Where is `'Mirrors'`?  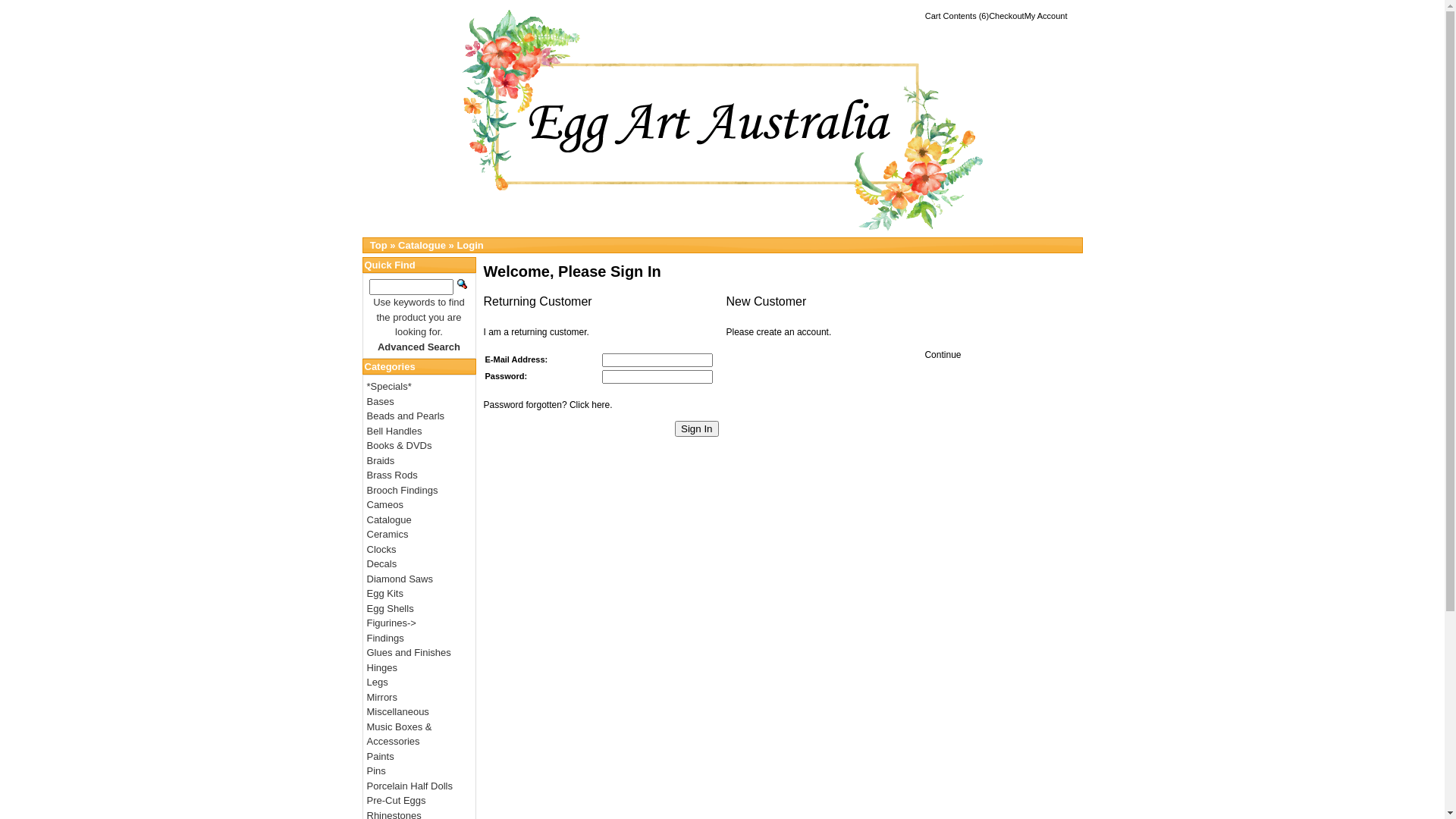
'Mirrors' is located at coordinates (382, 697).